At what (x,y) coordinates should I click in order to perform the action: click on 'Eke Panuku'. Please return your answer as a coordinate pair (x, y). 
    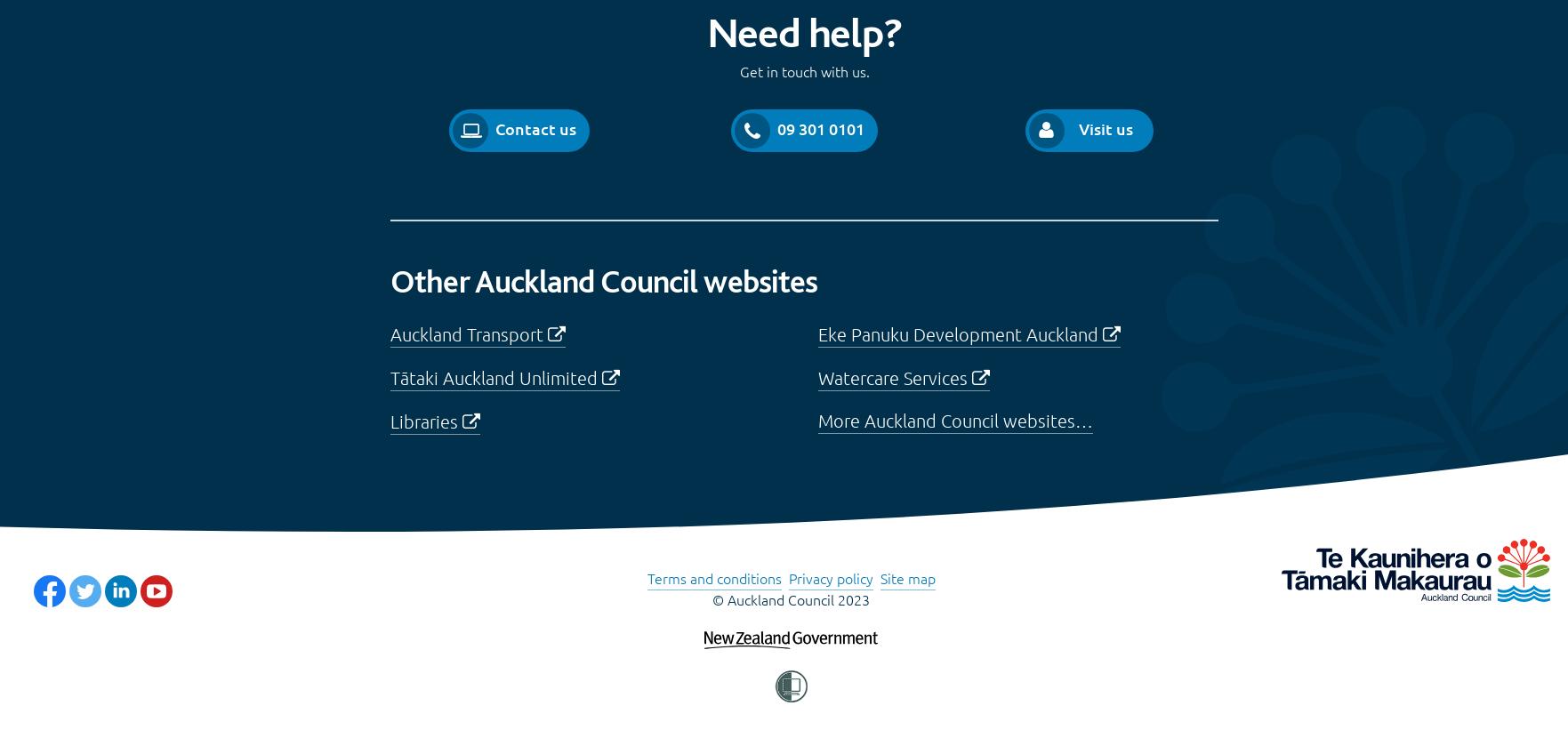
    Looking at the image, I should click on (816, 333).